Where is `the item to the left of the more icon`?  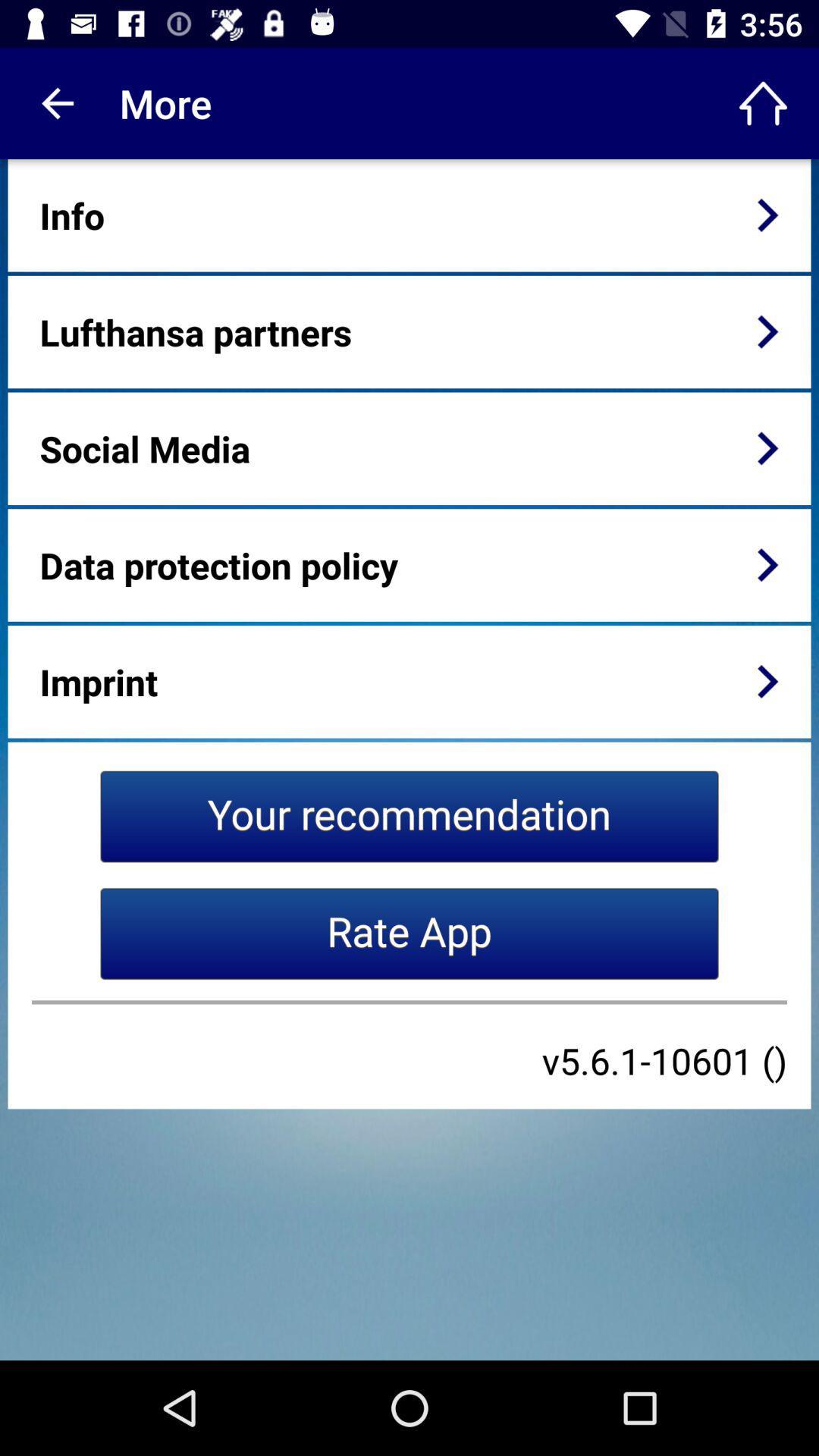 the item to the left of the more icon is located at coordinates (55, 102).